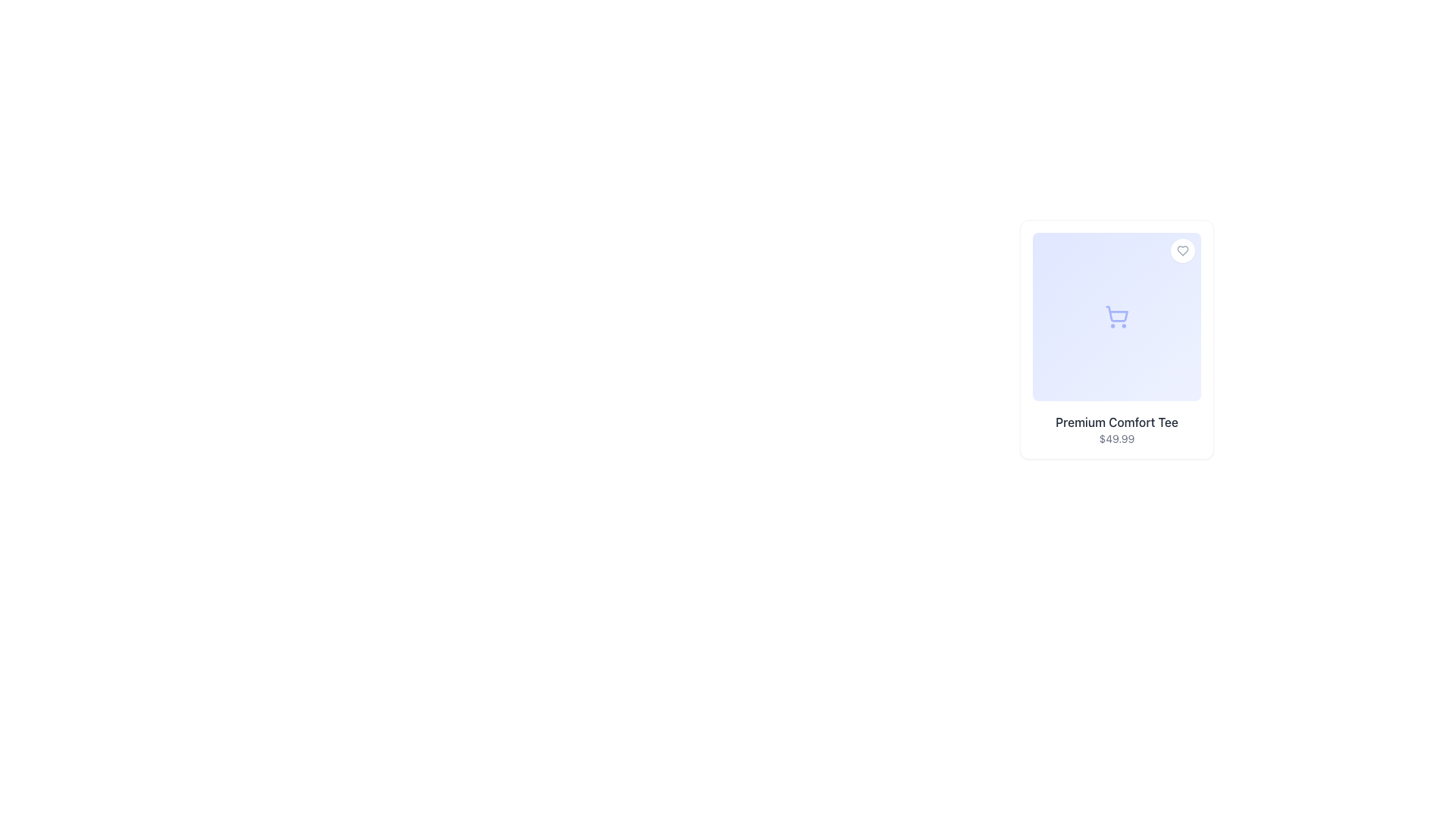 This screenshot has height=819, width=1456. What do you see at coordinates (1117, 313) in the screenshot?
I see `the bottom portion of the shopping cart icon, which is part of an SVG image and is located above the 'Premium Comfort Tee $49.99' text label` at bounding box center [1117, 313].